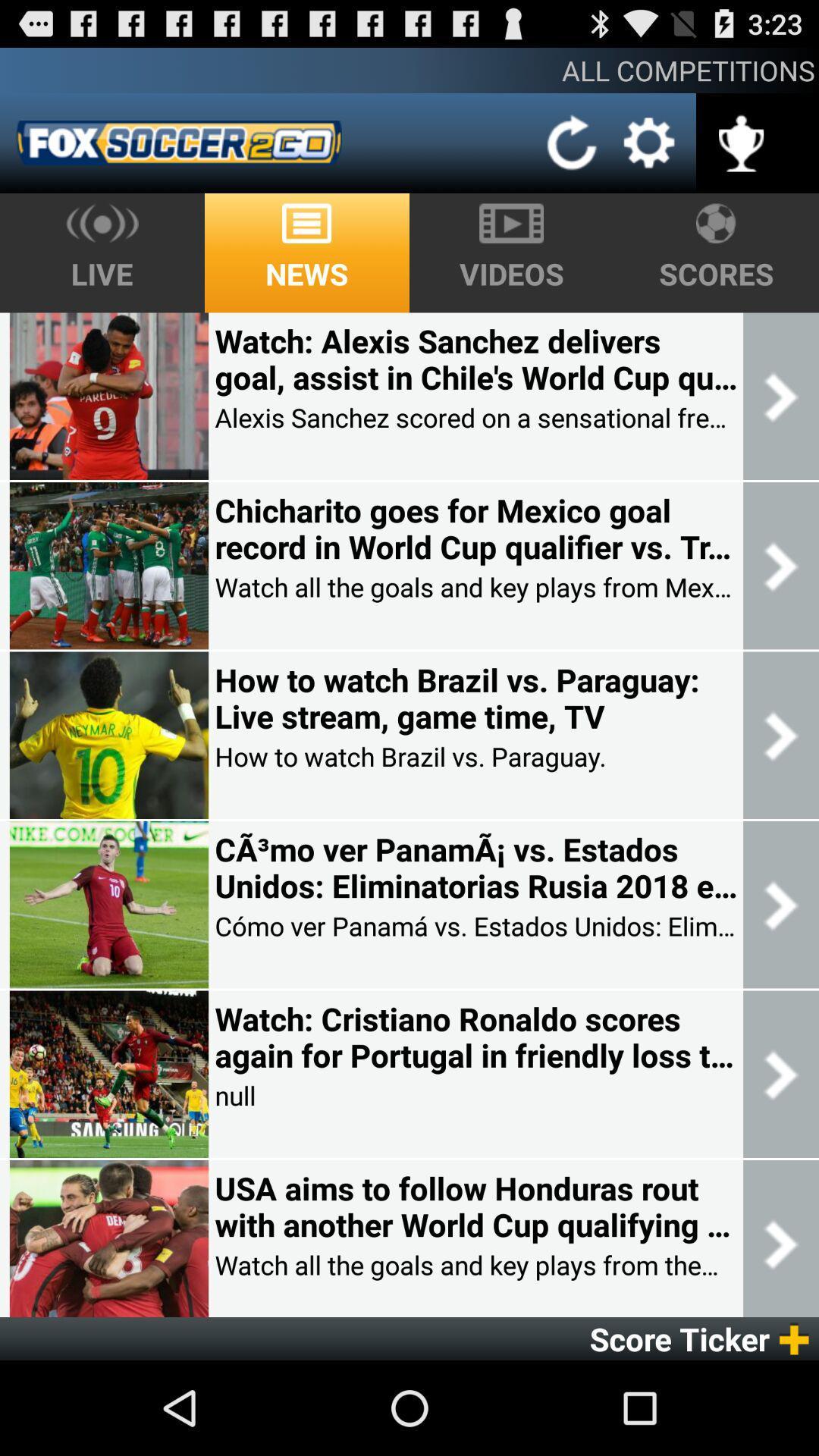 This screenshot has width=819, height=1456. Describe the element at coordinates (475, 1206) in the screenshot. I see `usa aims to item` at that location.